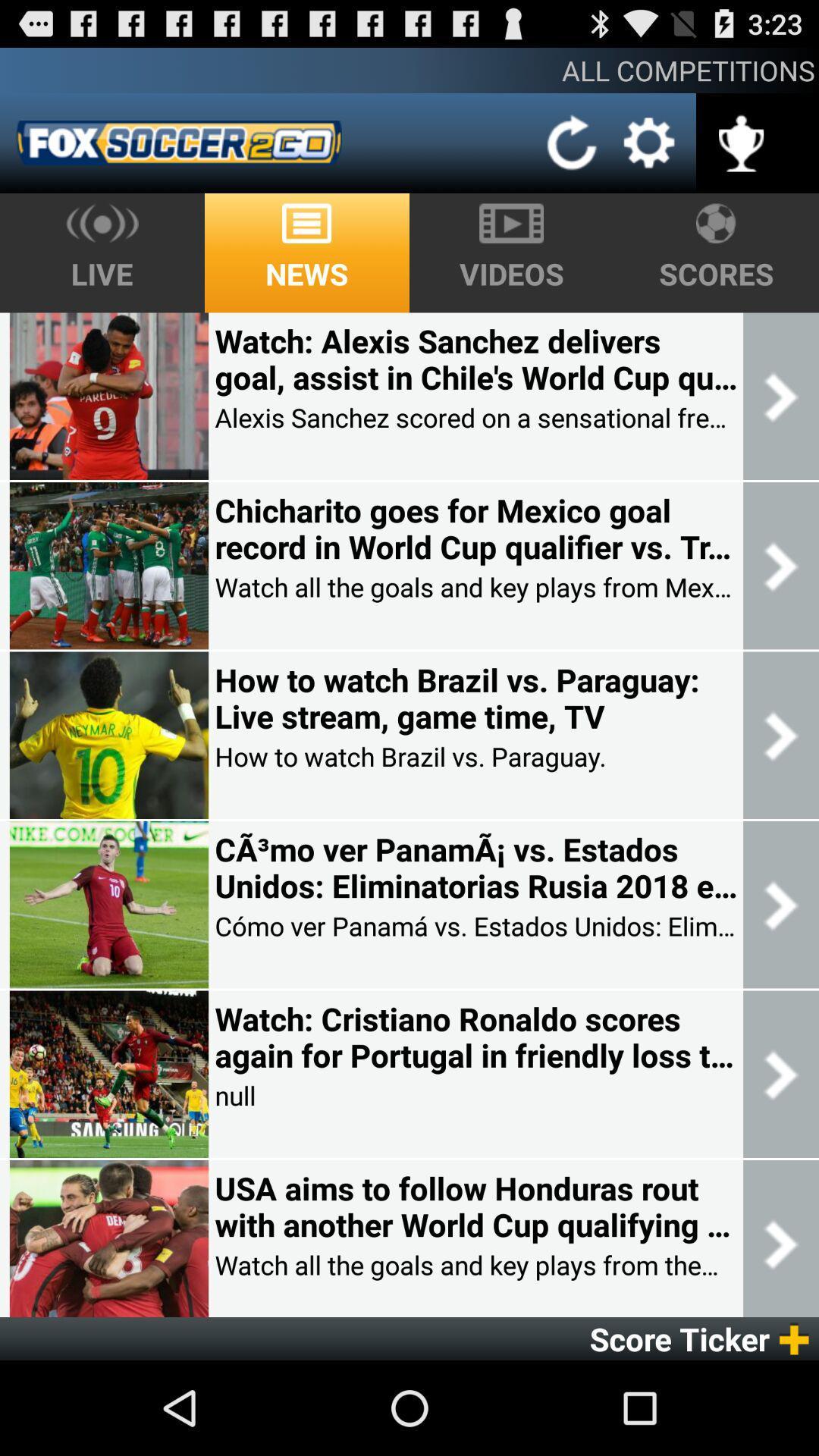 This screenshot has width=819, height=1456. Describe the element at coordinates (475, 1206) in the screenshot. I see `usa aims to item` at that location.